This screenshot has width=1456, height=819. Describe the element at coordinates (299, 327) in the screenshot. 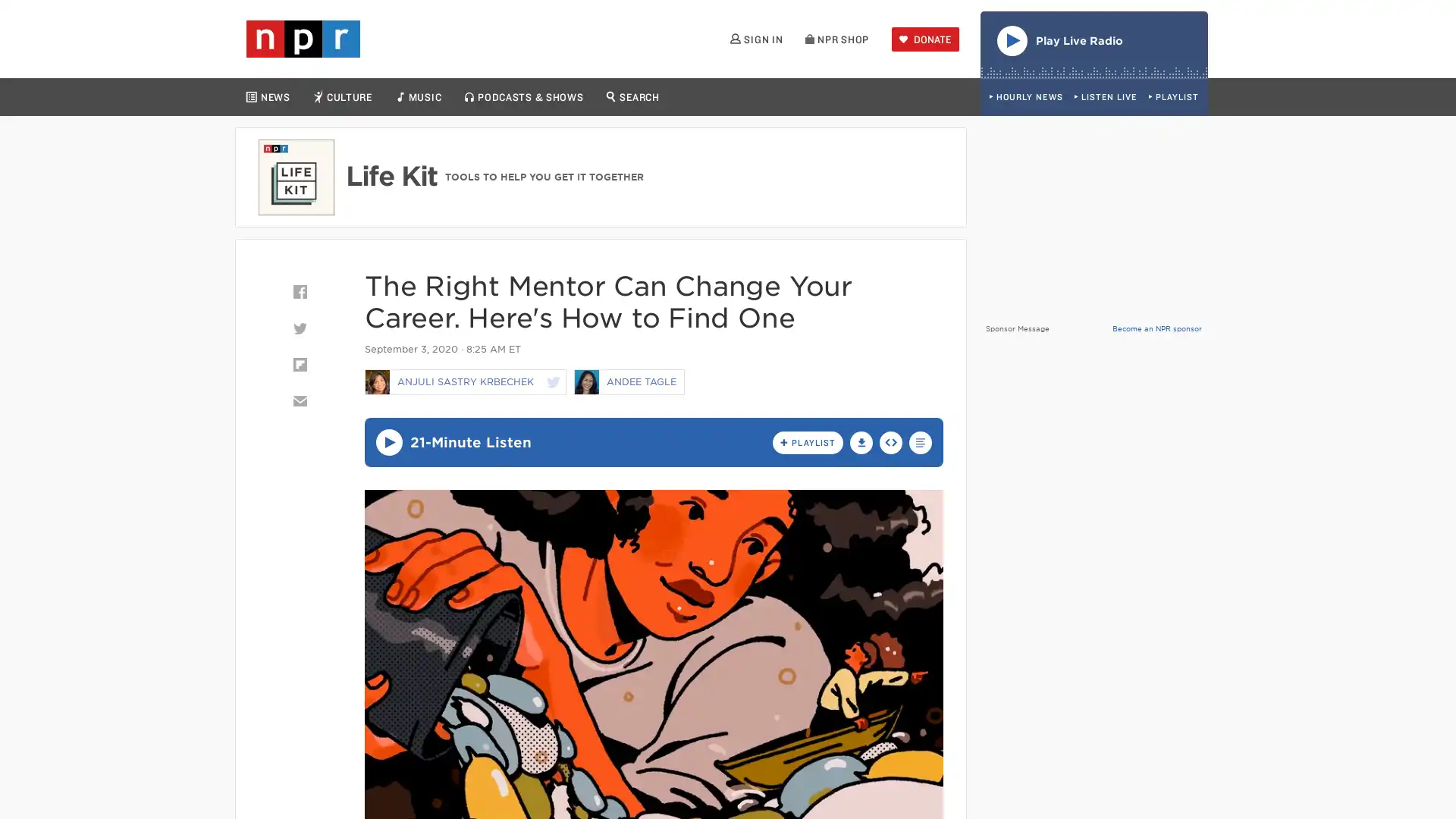

I see `Twitter` at that location.